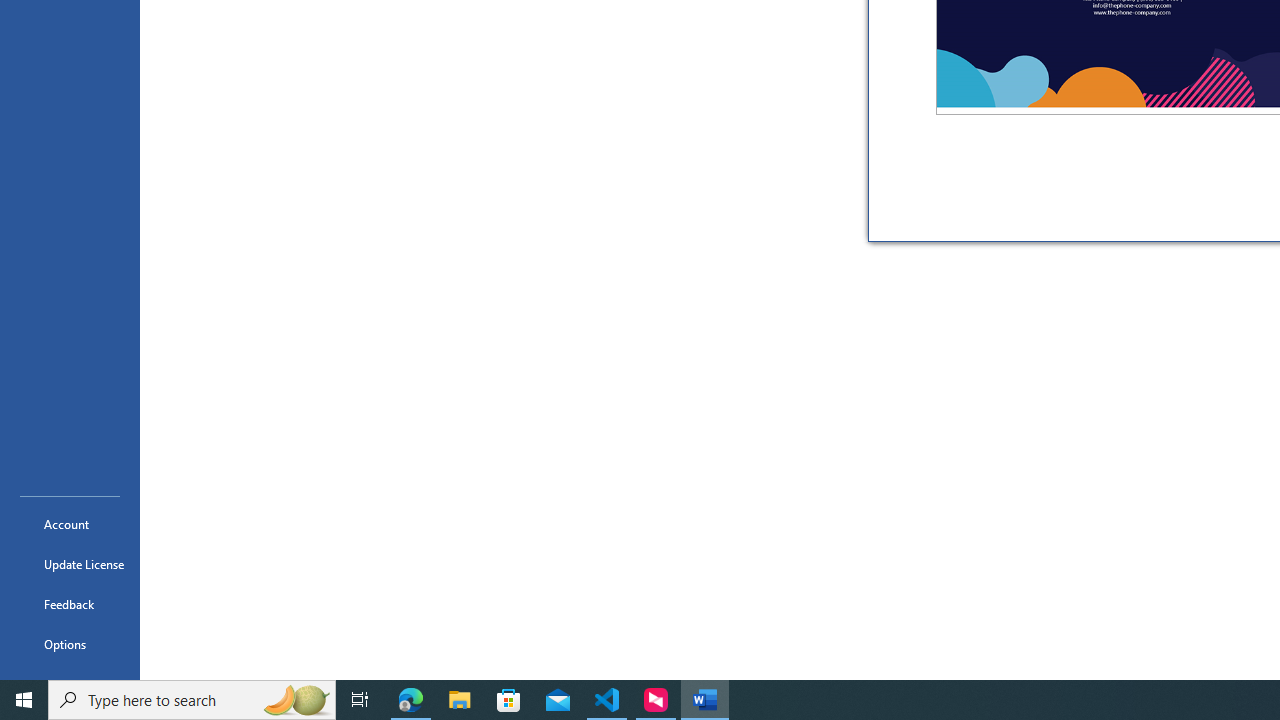 This screenshot has width=1280, height=720. What do you see at coordinates (705, 698) in the screenshot?
I see `'Word - 1 running window'` at bounding box center [705, 698].